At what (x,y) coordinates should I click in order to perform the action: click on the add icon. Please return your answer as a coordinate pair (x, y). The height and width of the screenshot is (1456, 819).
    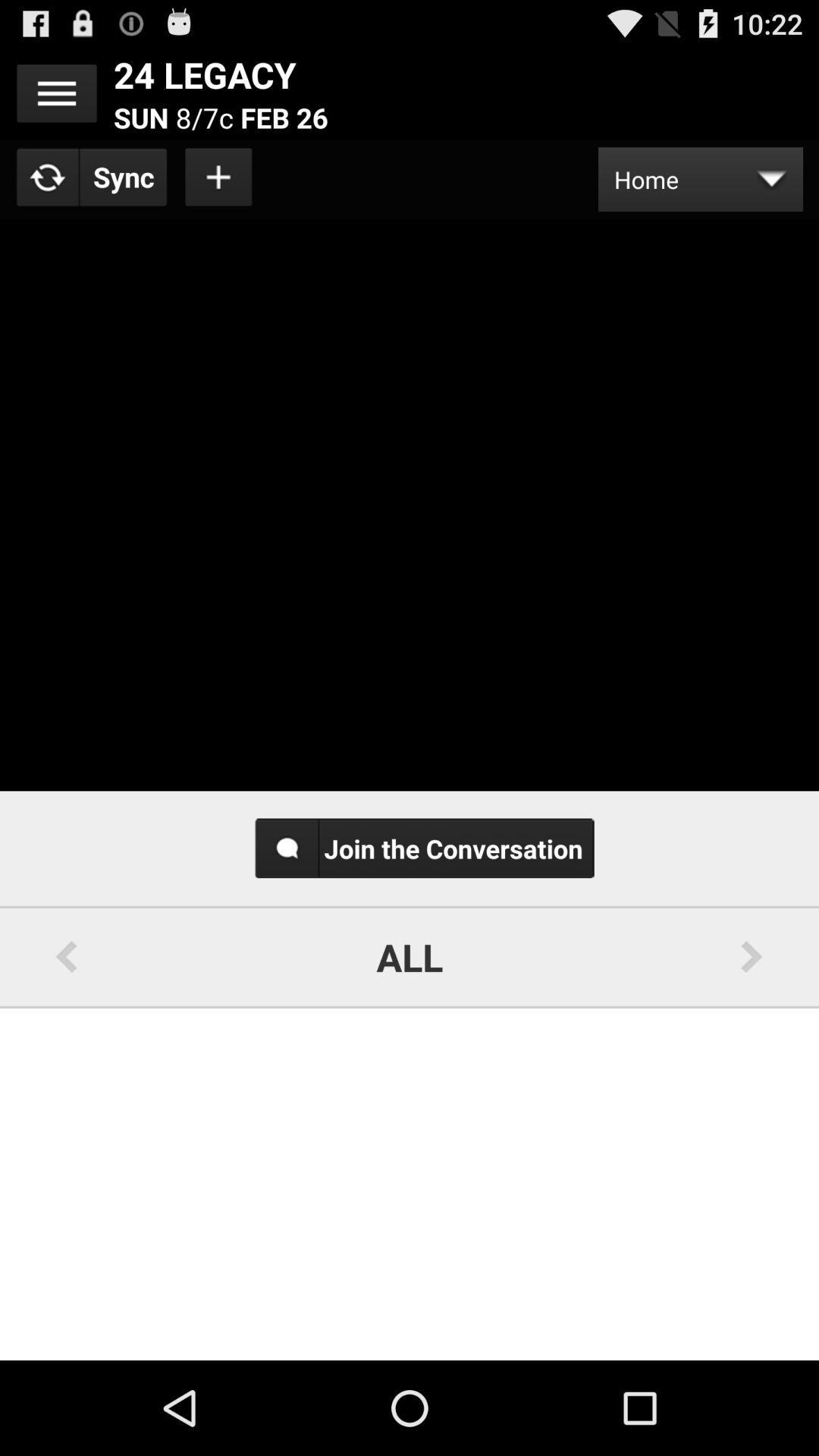
    Looking at the image, I should click on (219, 188).